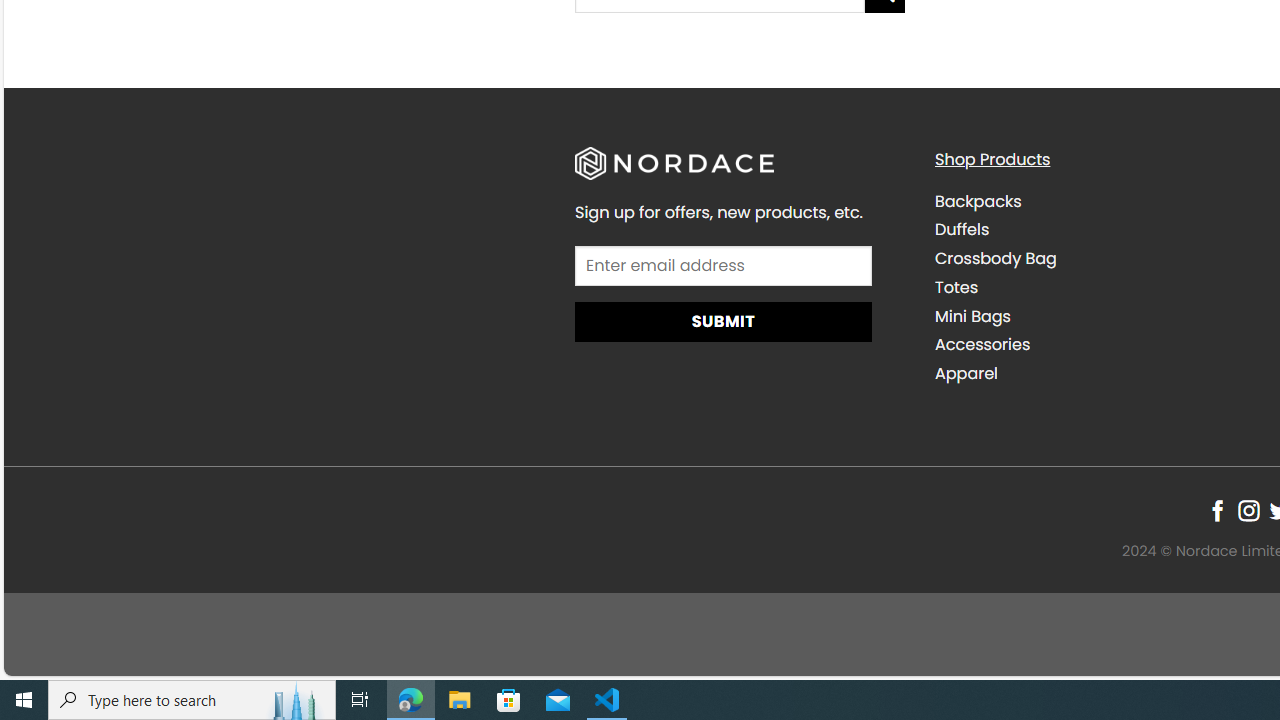  Describe the element at coordinates (722, 264) in the screenshot. I see `'AutomationID: input_4_1'` at that location.